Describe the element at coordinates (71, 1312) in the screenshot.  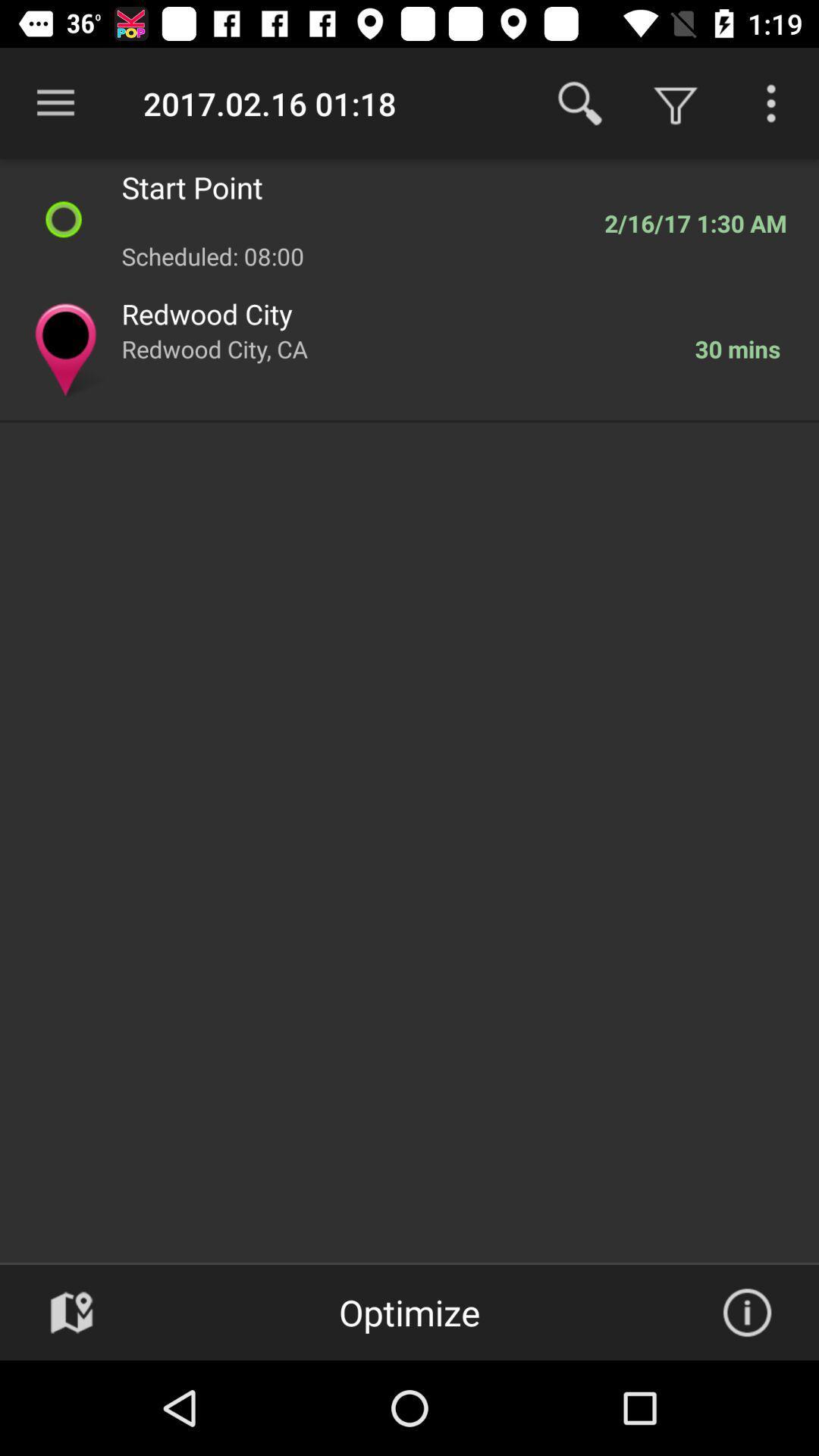
I see `location` at that location.